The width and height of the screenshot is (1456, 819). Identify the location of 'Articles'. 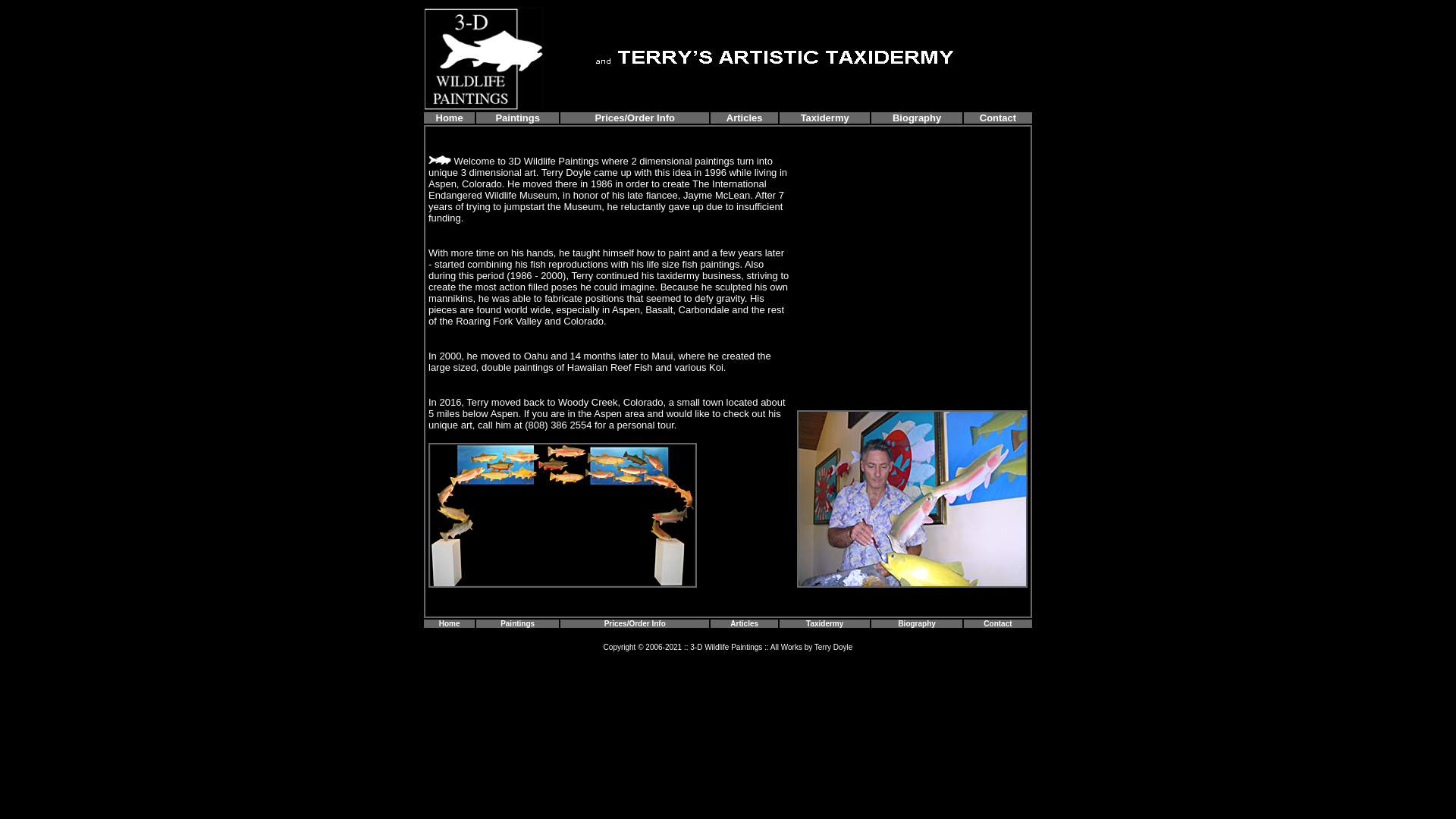
(726, 117).